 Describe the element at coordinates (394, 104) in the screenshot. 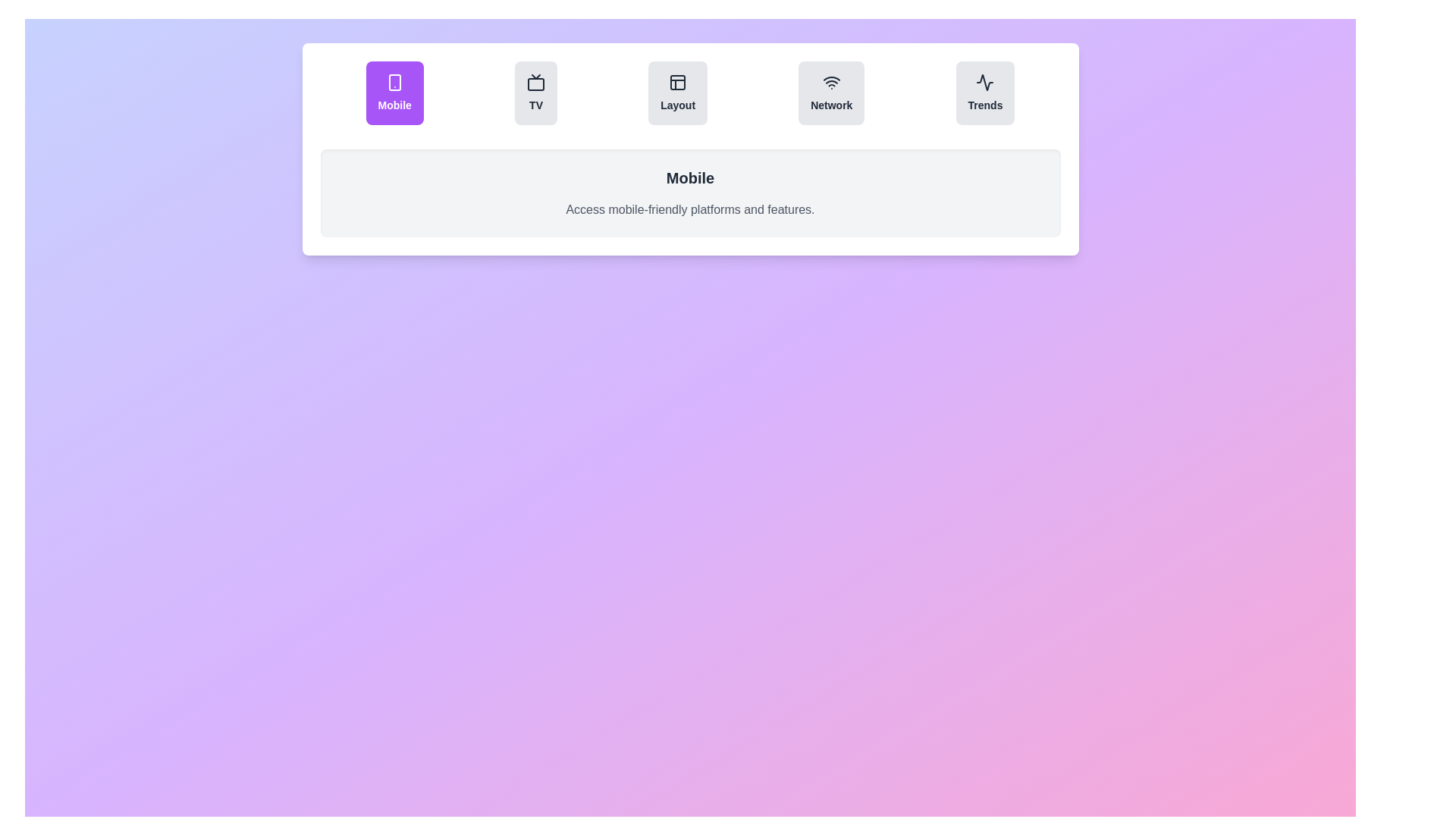

I see `the 'Mobile' label, which is styled in bold and located below a smartphone icon within a purple rectangular area` at that location.